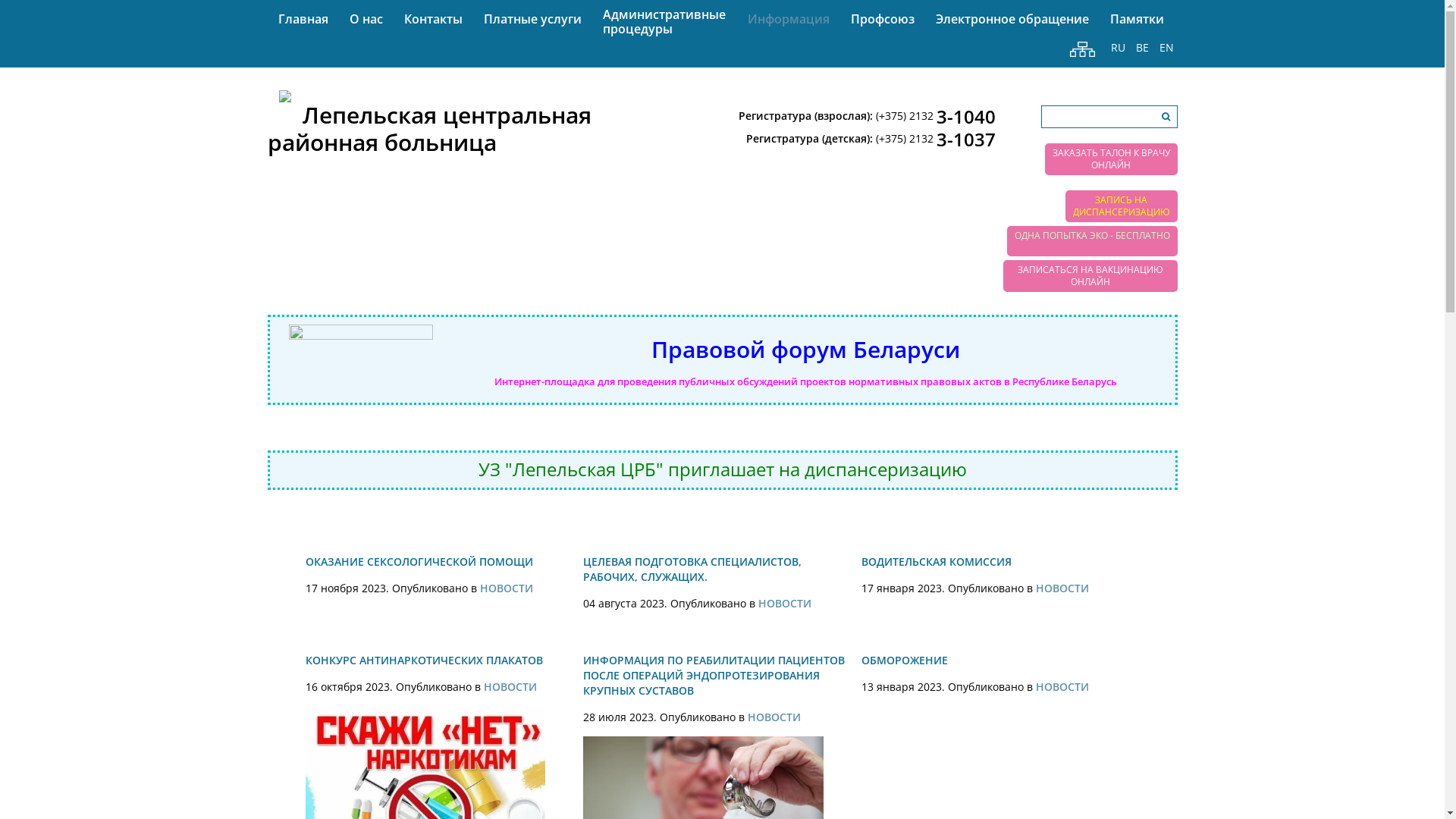 The height and width of the screenshot is (819, 1456). I want to click on 'EN', so click(1166, 47).